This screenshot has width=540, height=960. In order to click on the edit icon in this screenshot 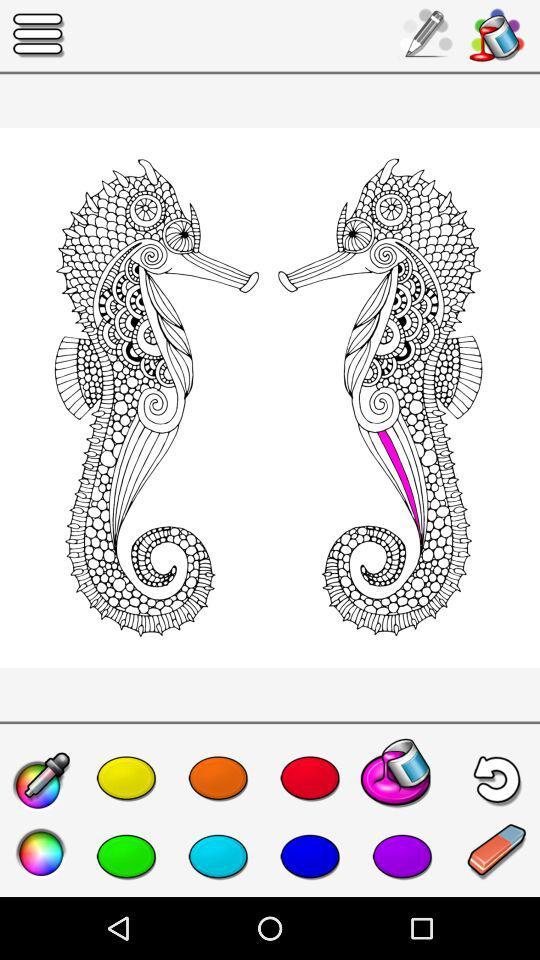, I will do `click(41, 782)`.